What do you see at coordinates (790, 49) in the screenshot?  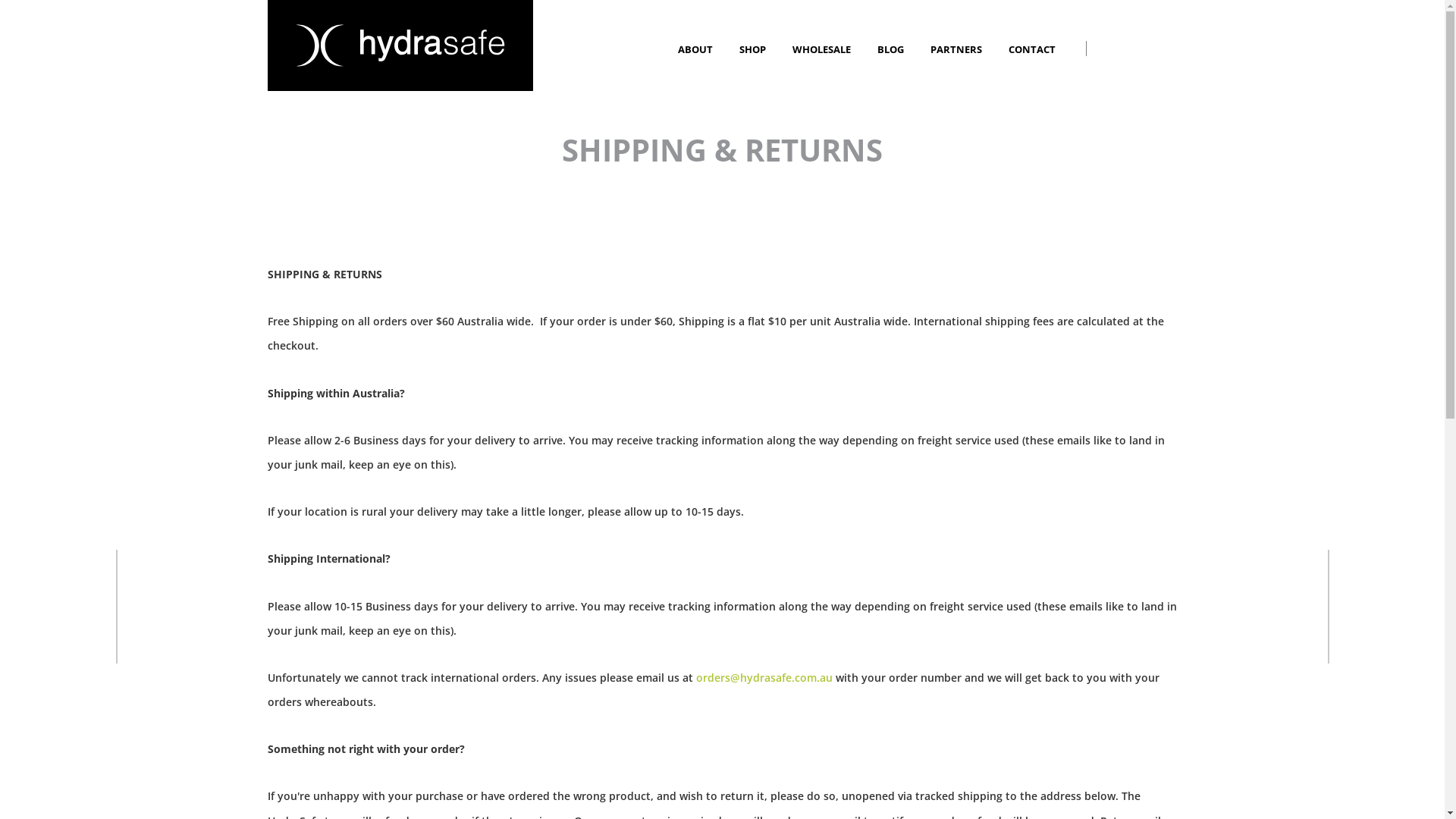 I see `'WHOLESALE'` at bounding box center [790, 49].